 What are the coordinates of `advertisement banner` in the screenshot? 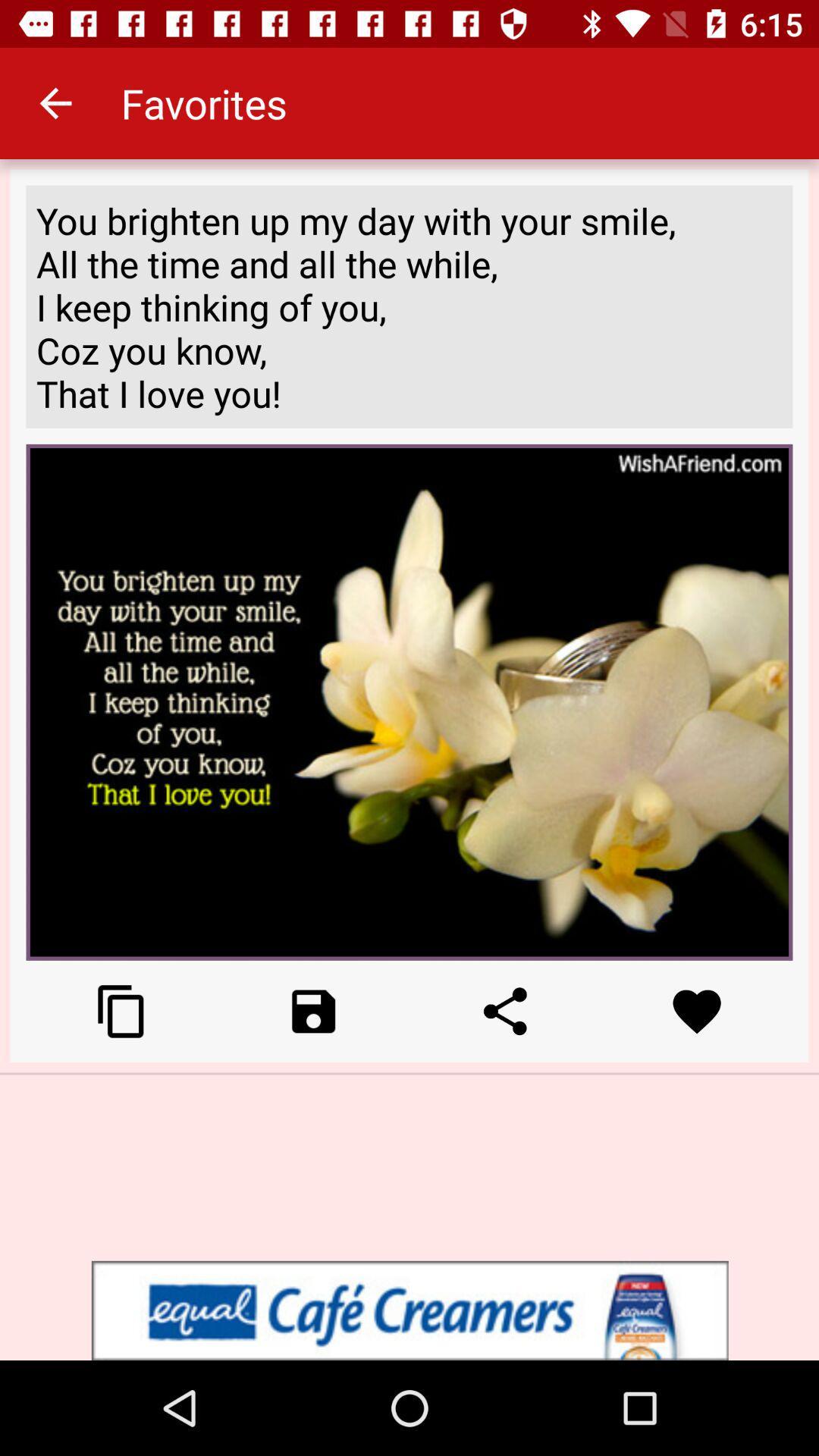 It's located at (409, 1310).